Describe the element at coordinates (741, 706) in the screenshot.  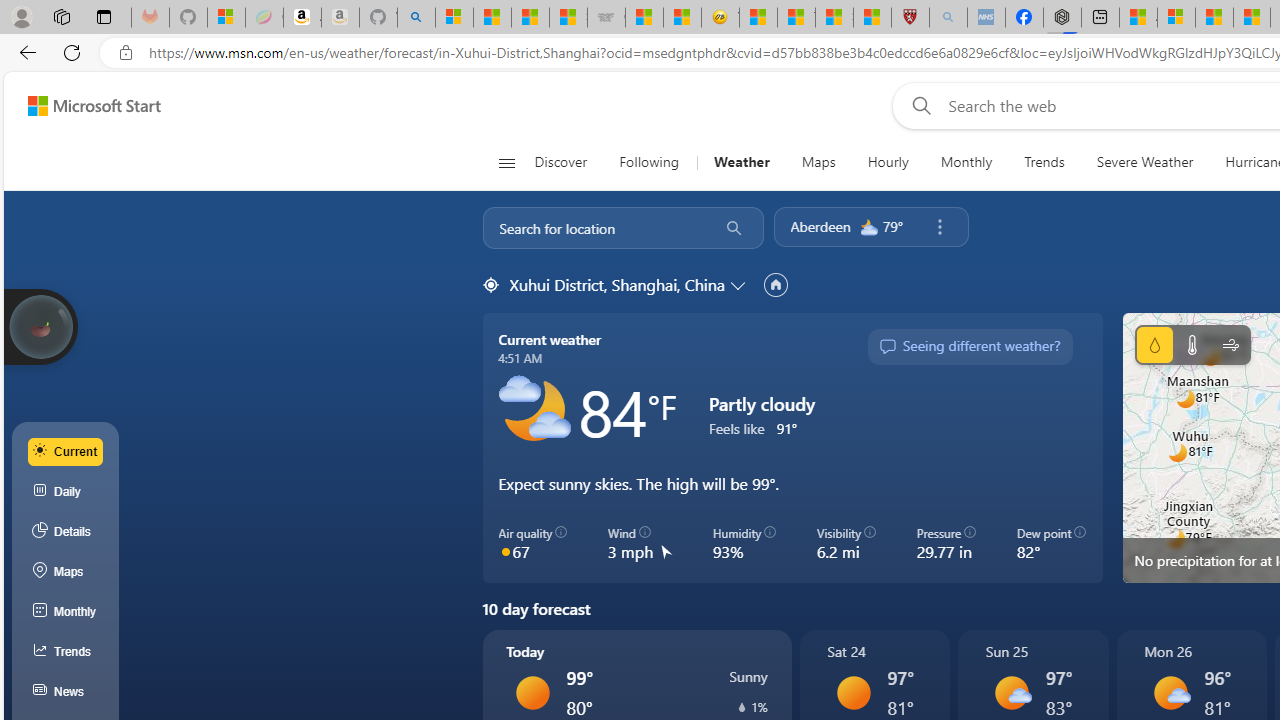
I see `'Precipitation'` at that location.